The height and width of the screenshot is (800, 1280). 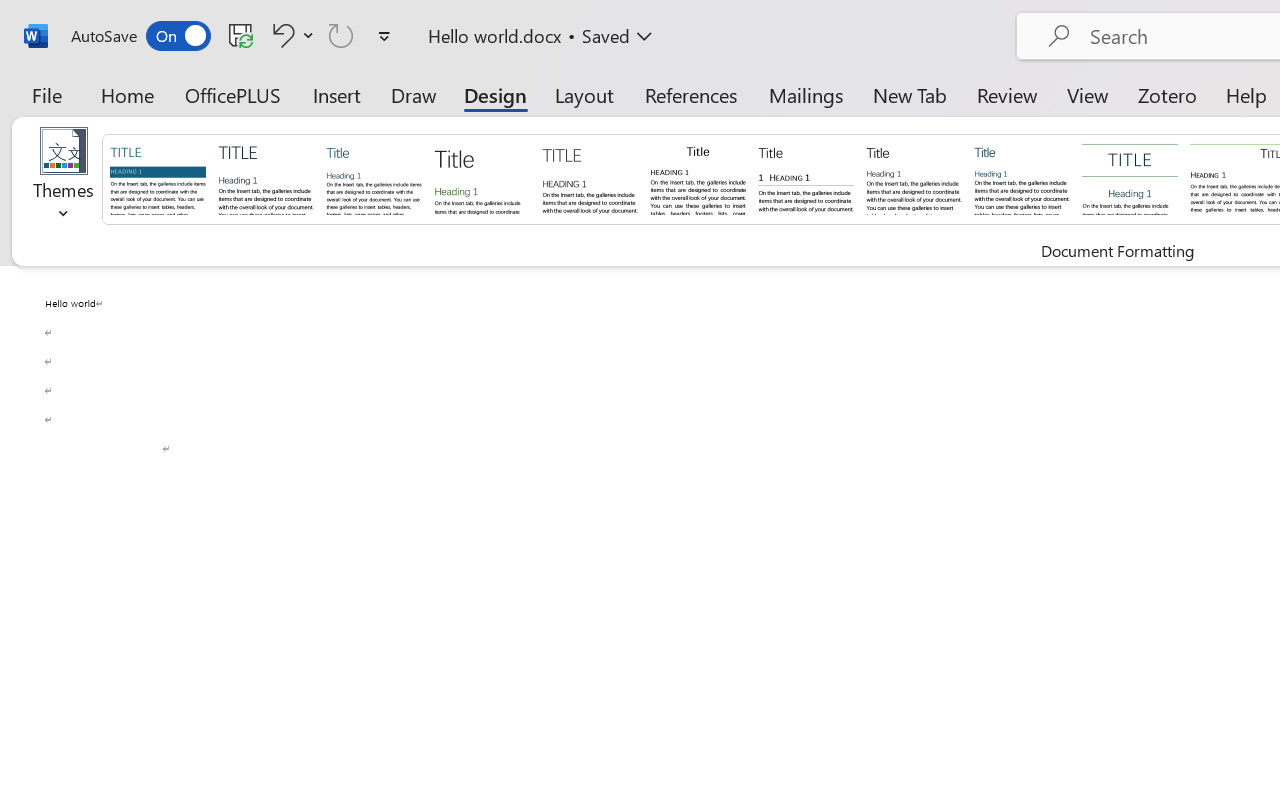 What do you see at coordinates (384, 35) in the screenshot?
I see `'Customize Quick Access Toolbar'` at bounding box center [384, 35].